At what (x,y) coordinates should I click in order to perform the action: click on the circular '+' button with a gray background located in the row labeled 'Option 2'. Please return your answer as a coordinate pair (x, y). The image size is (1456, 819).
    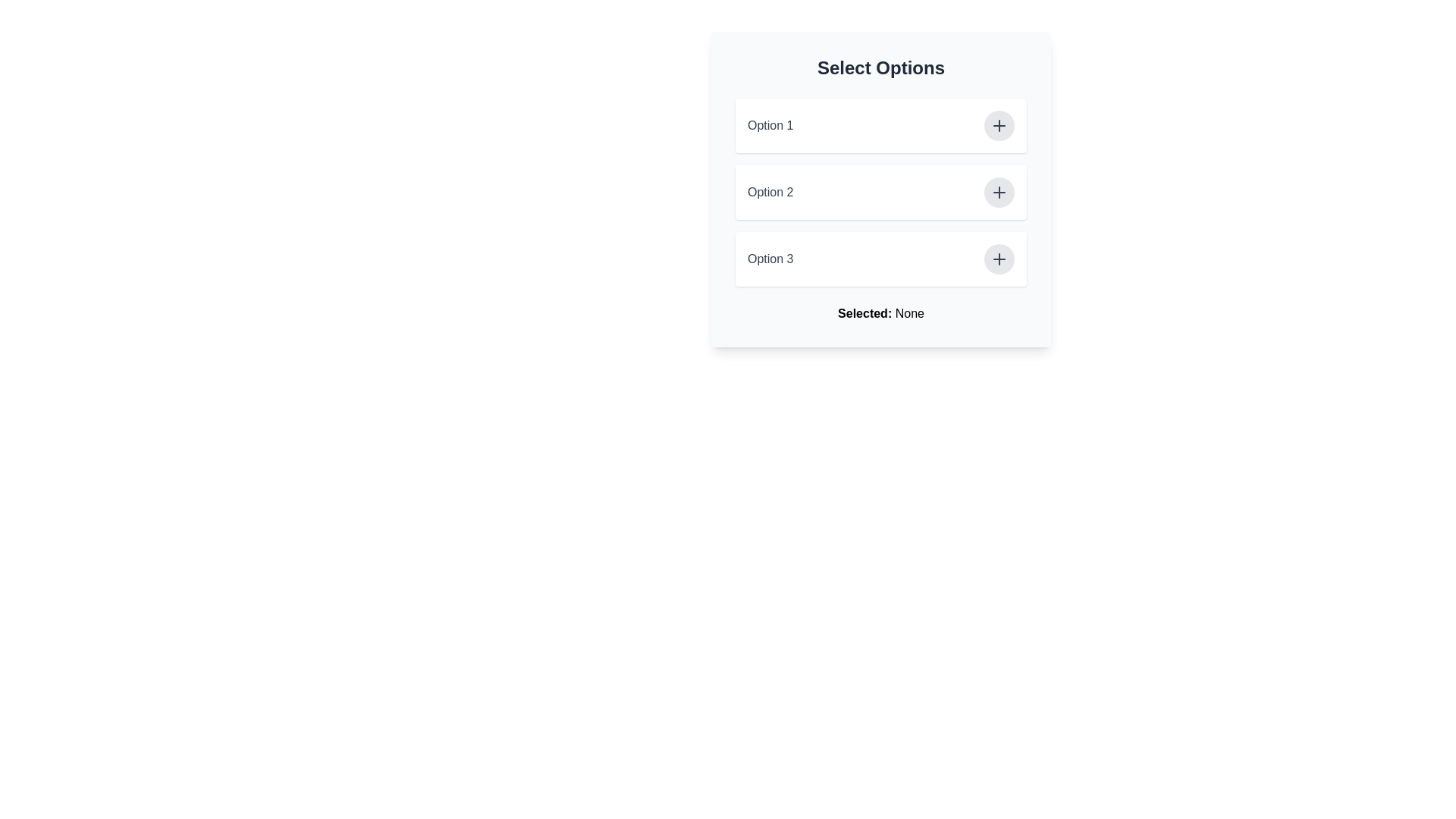
    Looking at the image, I should click on (999, 192).